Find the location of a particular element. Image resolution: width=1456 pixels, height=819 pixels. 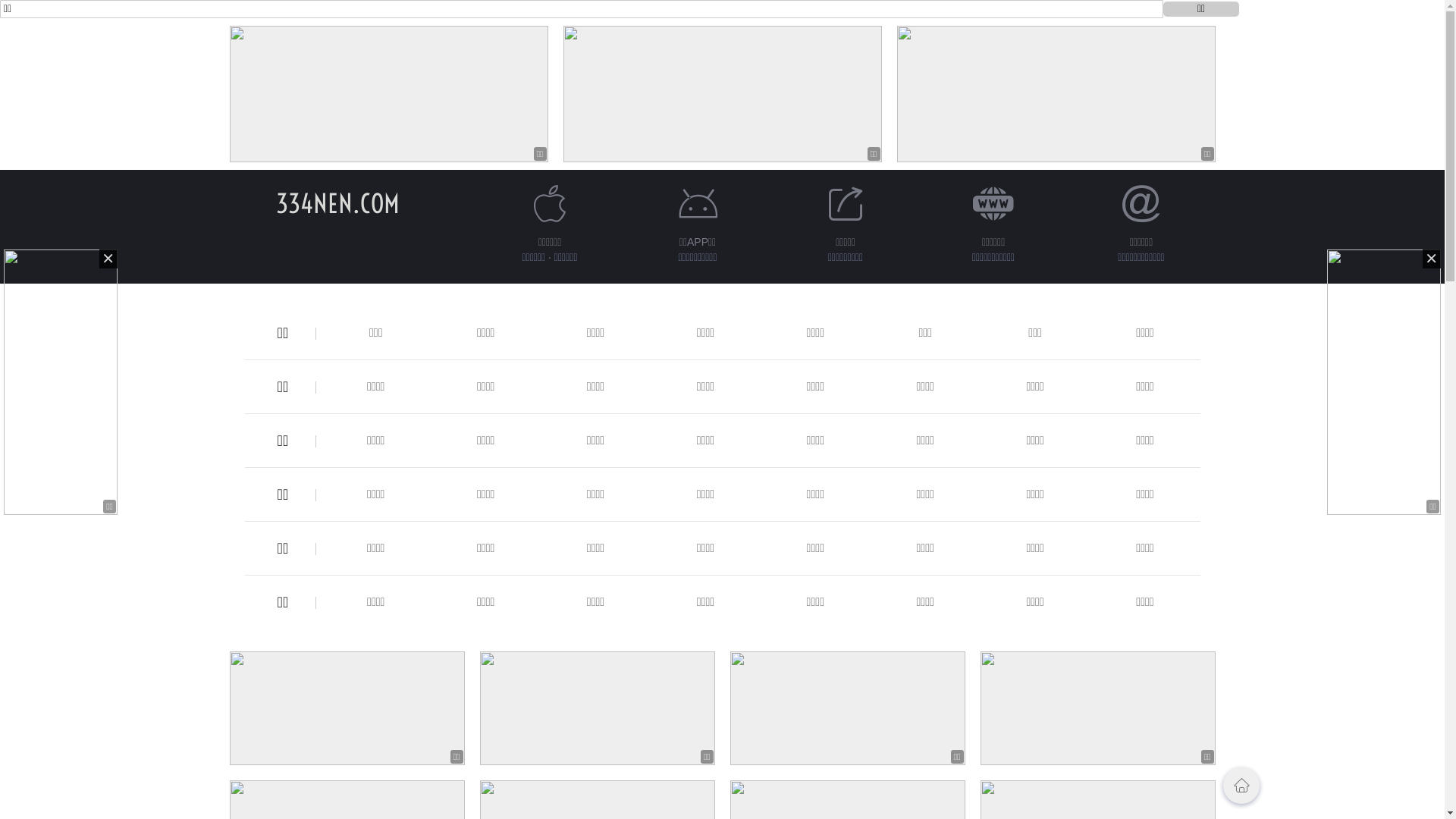

'334NEN.COM' is located at coordinates (337, 202).